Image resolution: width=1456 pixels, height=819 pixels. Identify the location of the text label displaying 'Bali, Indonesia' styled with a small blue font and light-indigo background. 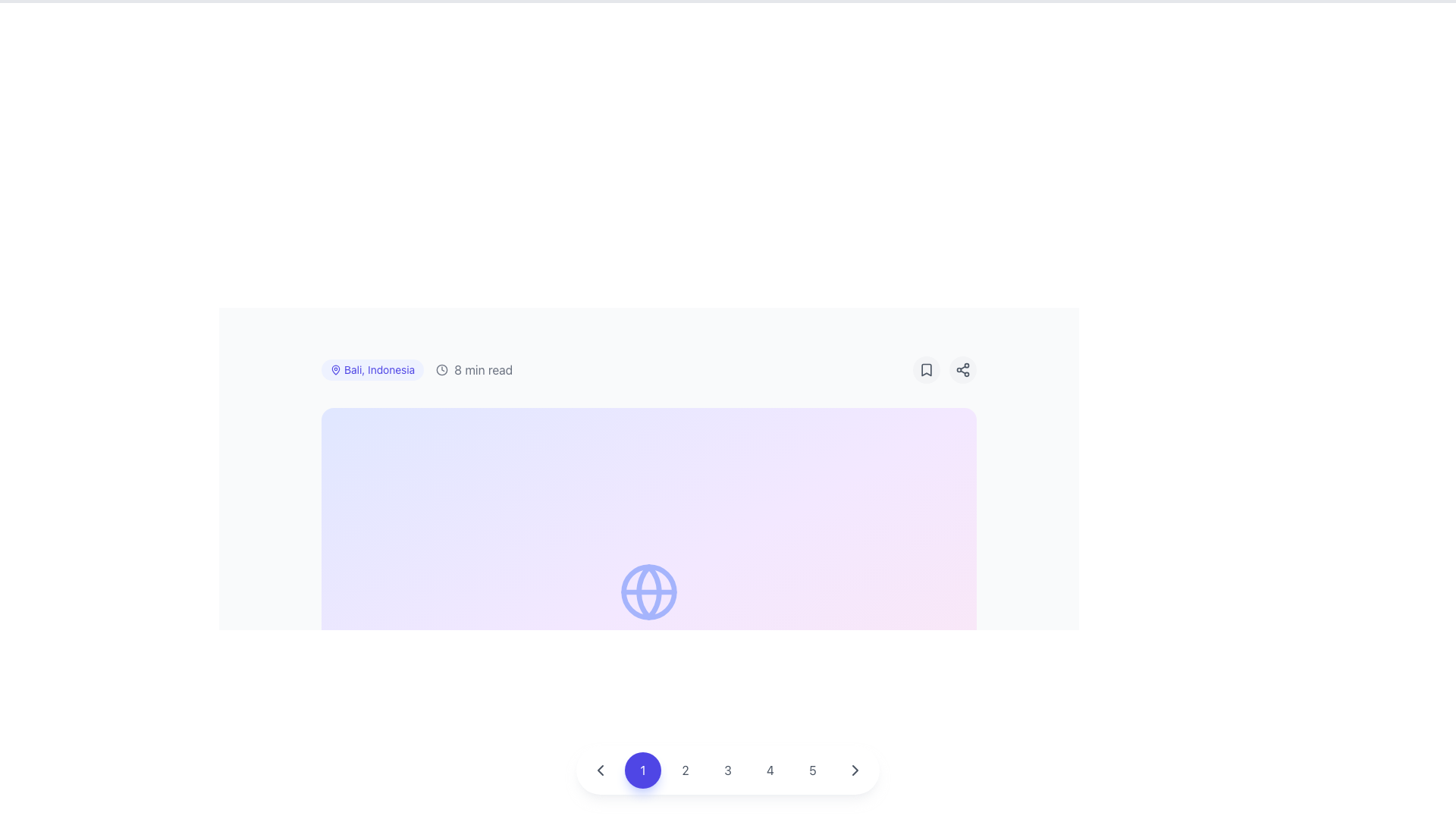
(379, 370).